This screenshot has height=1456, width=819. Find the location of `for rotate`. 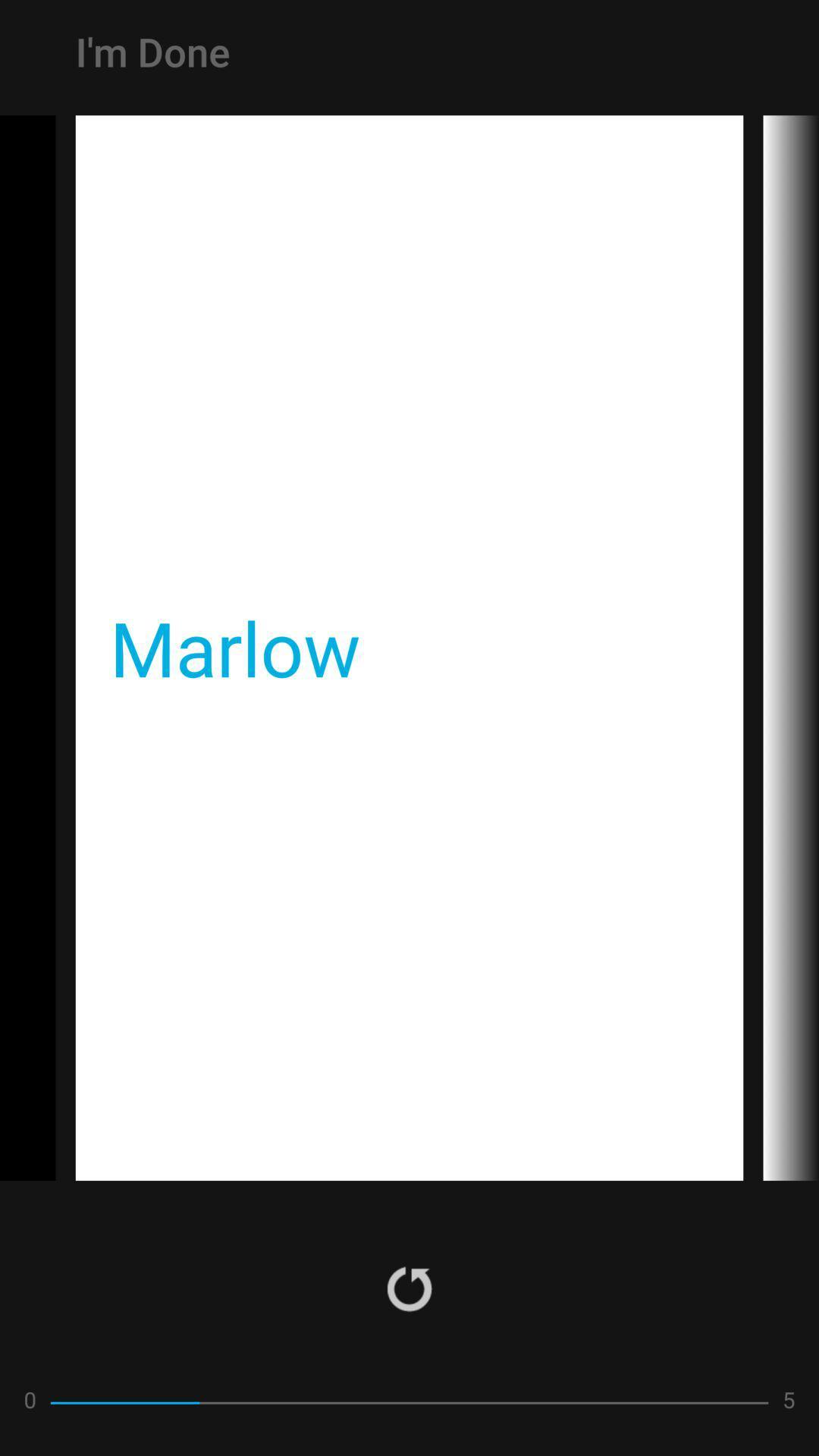

for rotate is located at coordinates (409, 1288).